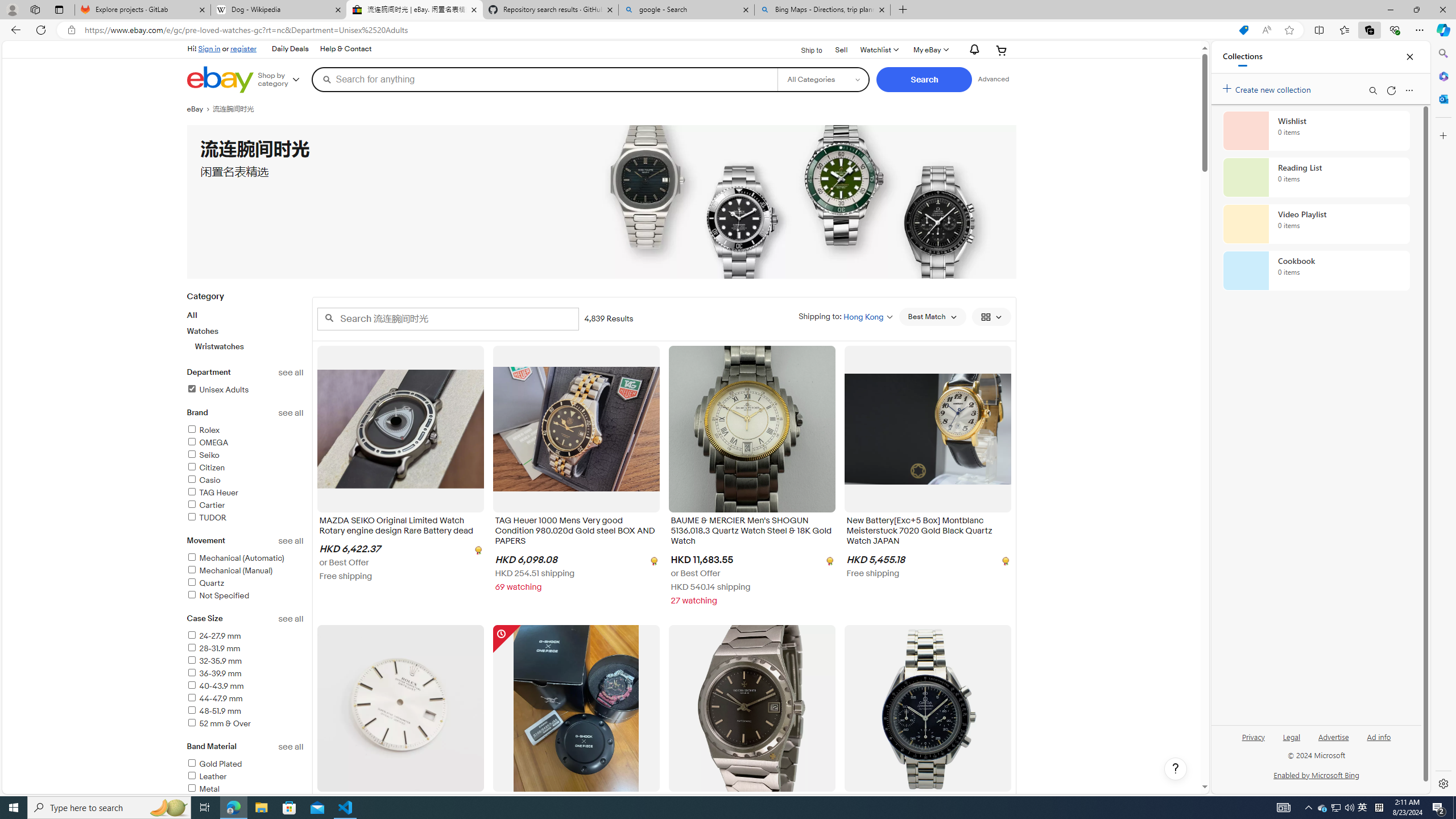 This screenshot has width=1456, height=819. I want to click on 'Shop by category', so click(283, 78).